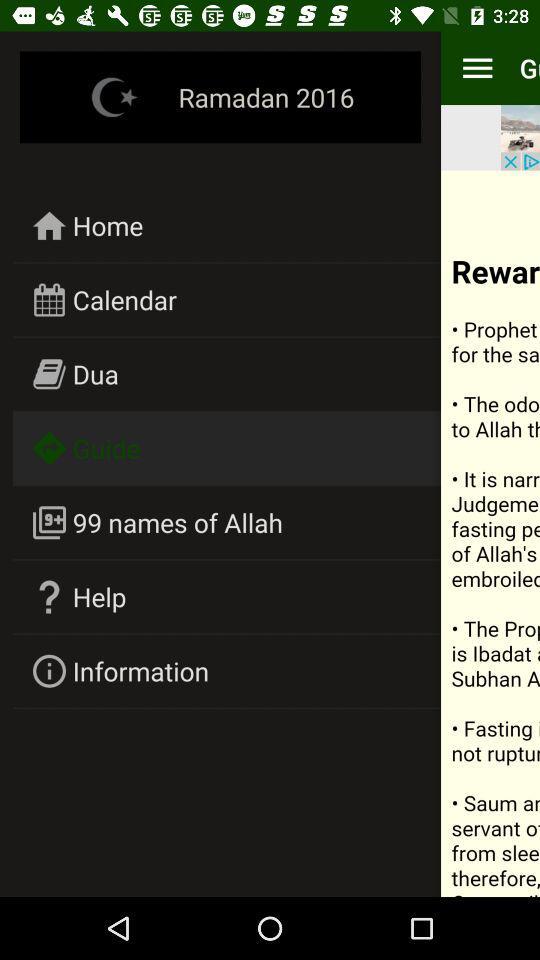 The image size is (540, 960). I want to click on minimize the menu, so click(476, 68).